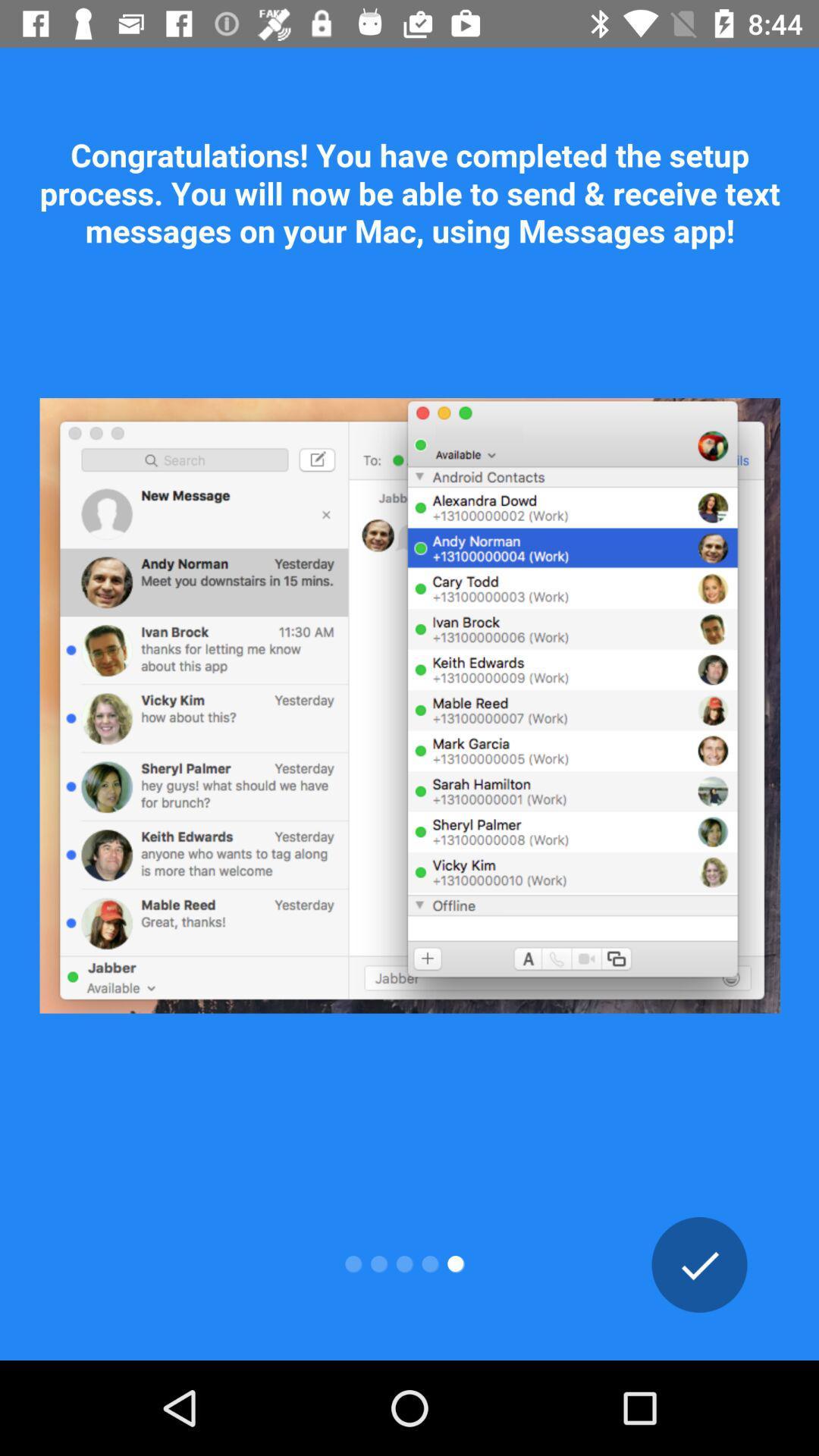 This screenshot has width=819, height=1456. What do you see at coordinates (699, 1264) in the screenshot?
I see `ok` at bounding box center [699, 1264].